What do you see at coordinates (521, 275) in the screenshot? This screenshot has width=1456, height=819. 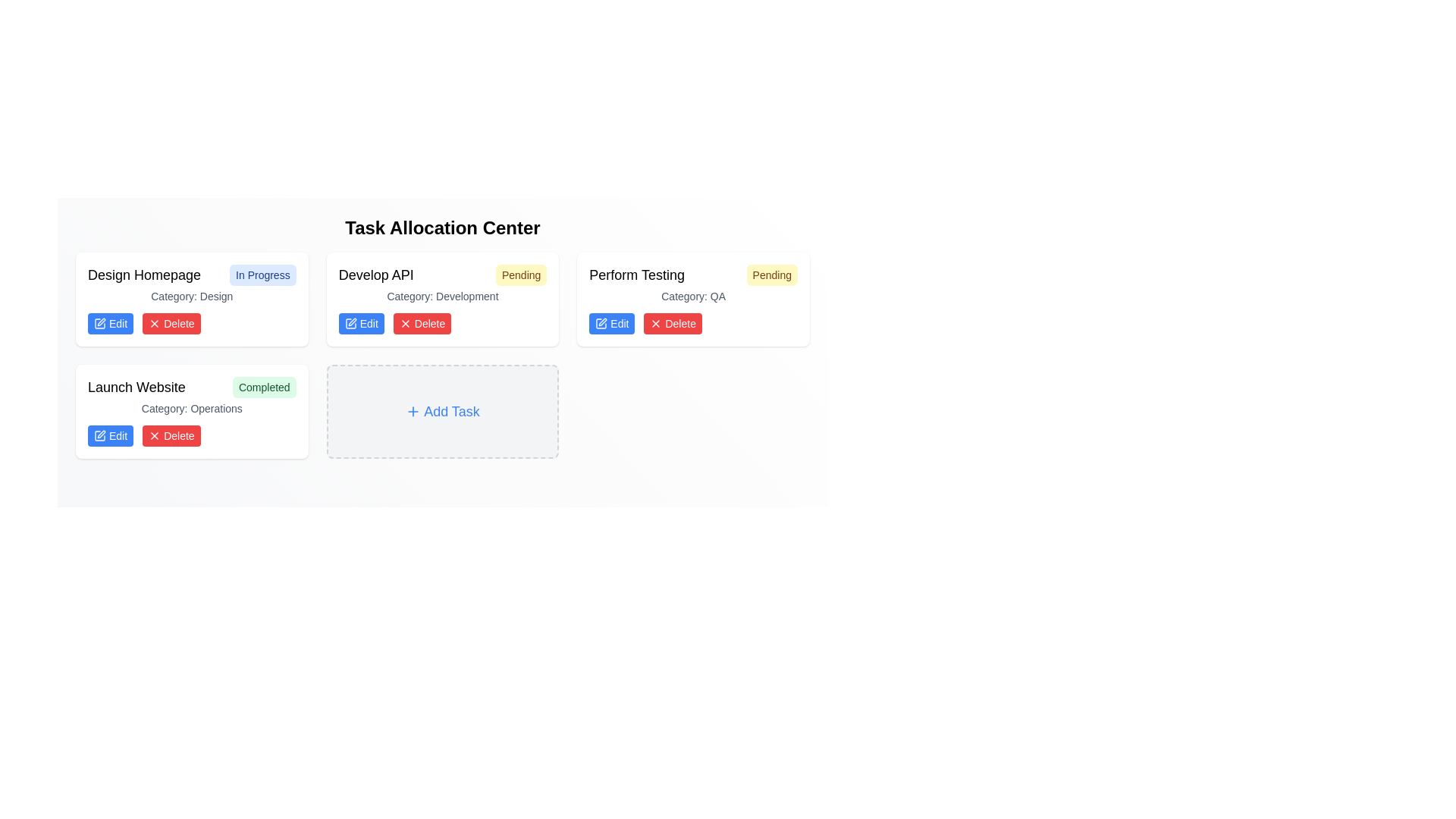 I see `the Status label with the text 'Pending', located in the top-right corner of the 'Develop API' task card` at bounding box center [521, 275].